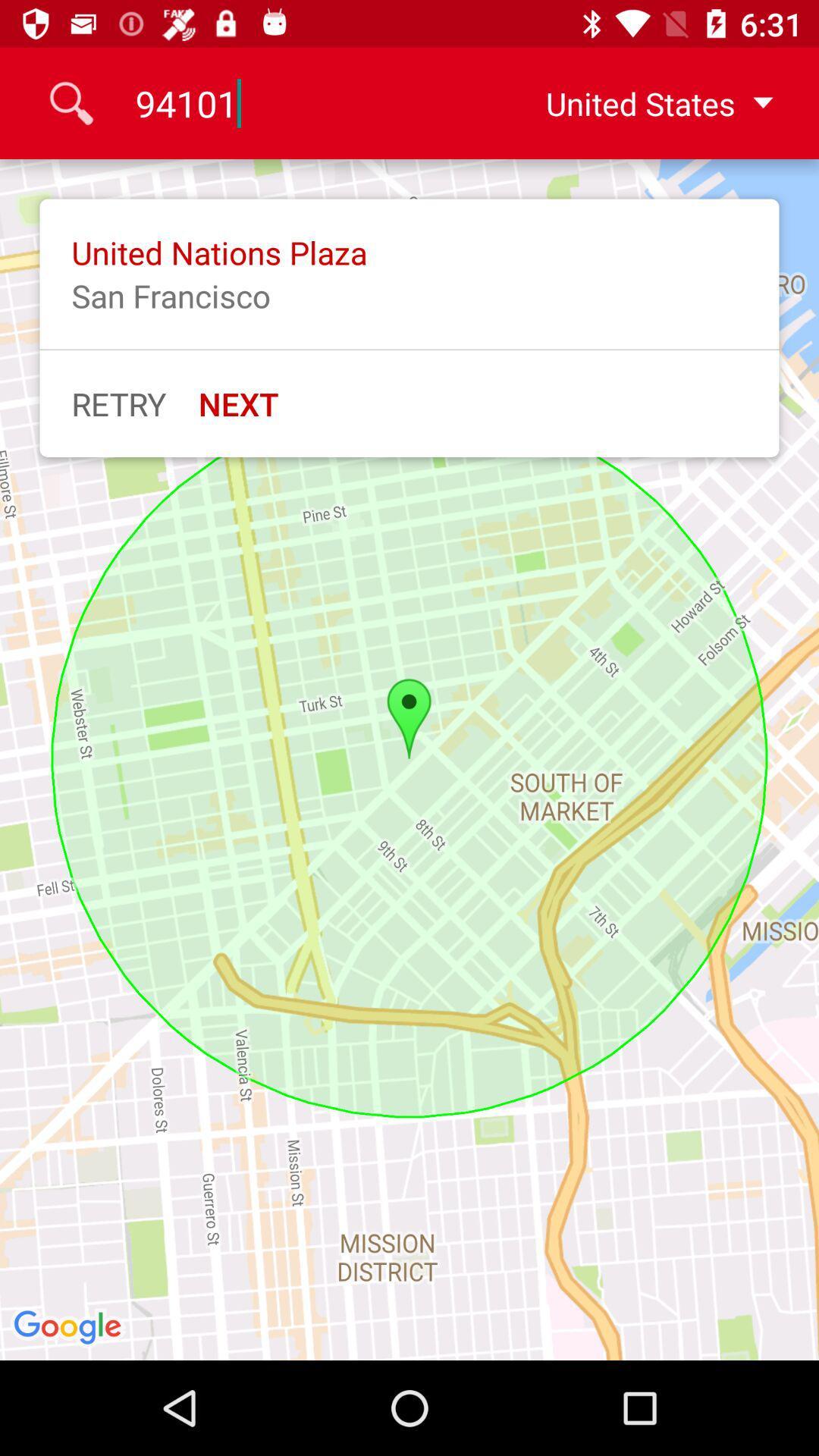 The image size is (819, 1456). Describe the element at coordinates (647, 102) in the screenshot. I see `the item next to the 94101 icon` at that location.